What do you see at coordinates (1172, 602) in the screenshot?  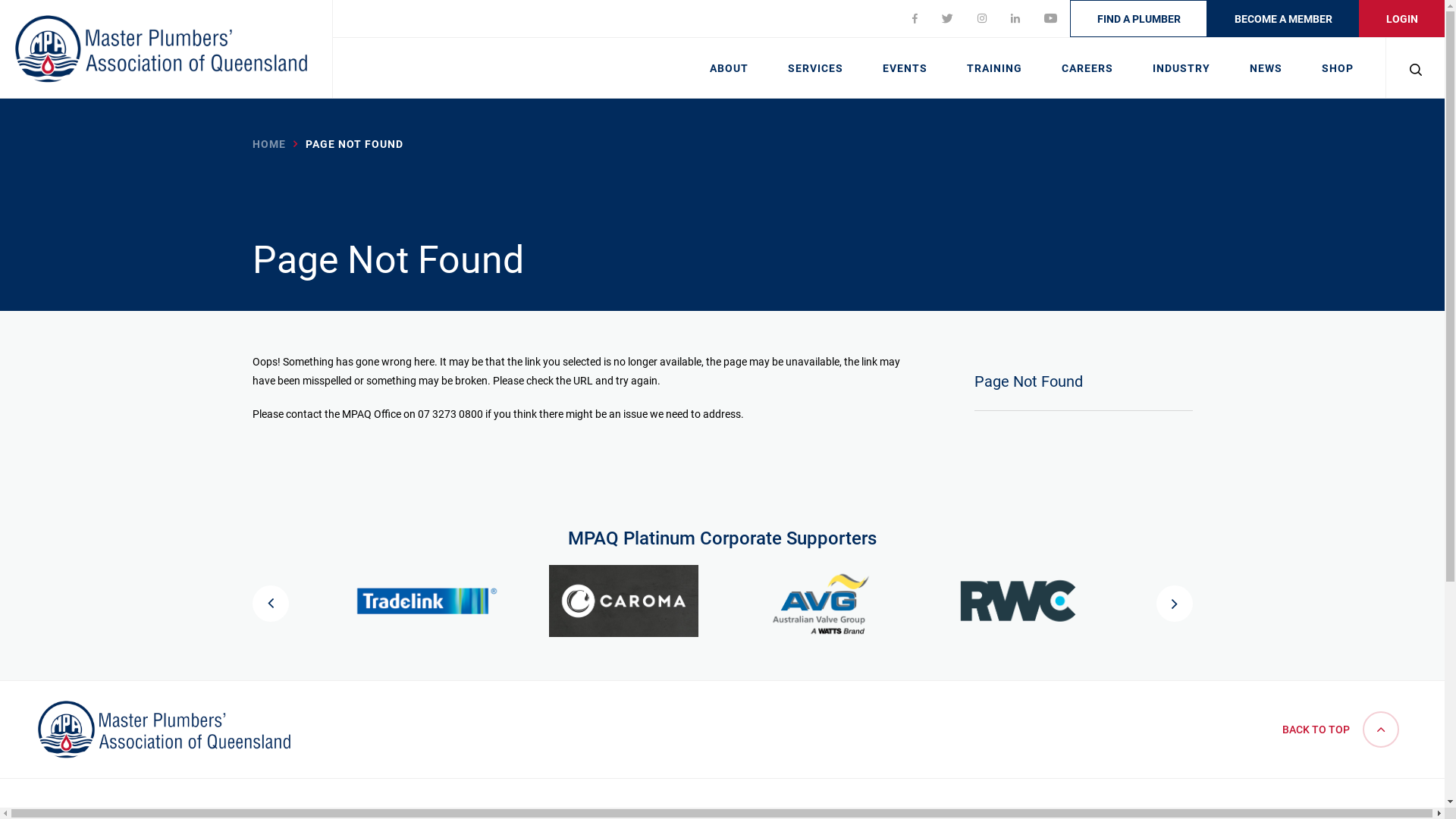 I see `'Next'` at bounding box center [1172, 602].